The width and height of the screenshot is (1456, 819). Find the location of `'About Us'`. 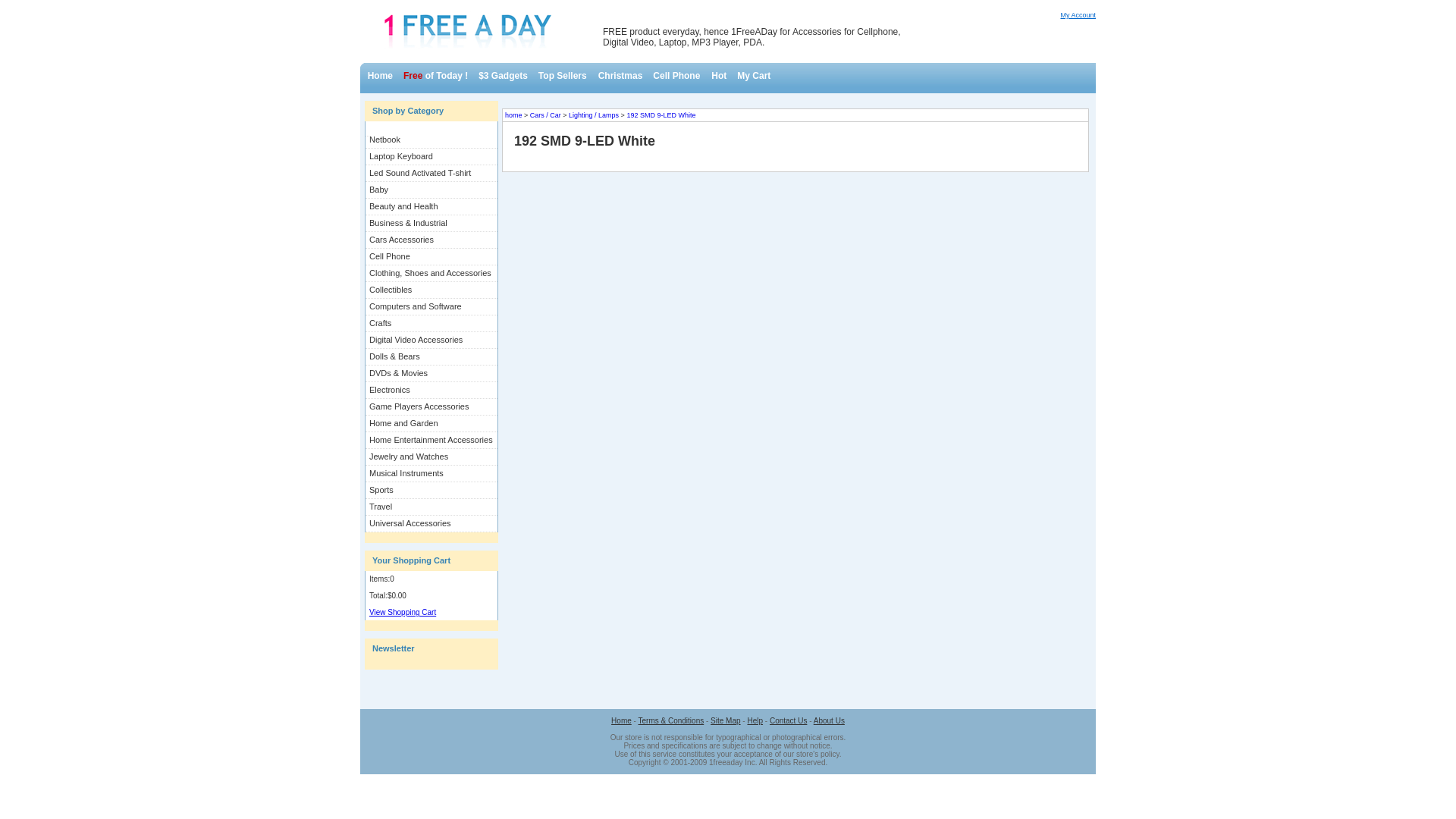

'About Us' is located at coordinates (828, 720).